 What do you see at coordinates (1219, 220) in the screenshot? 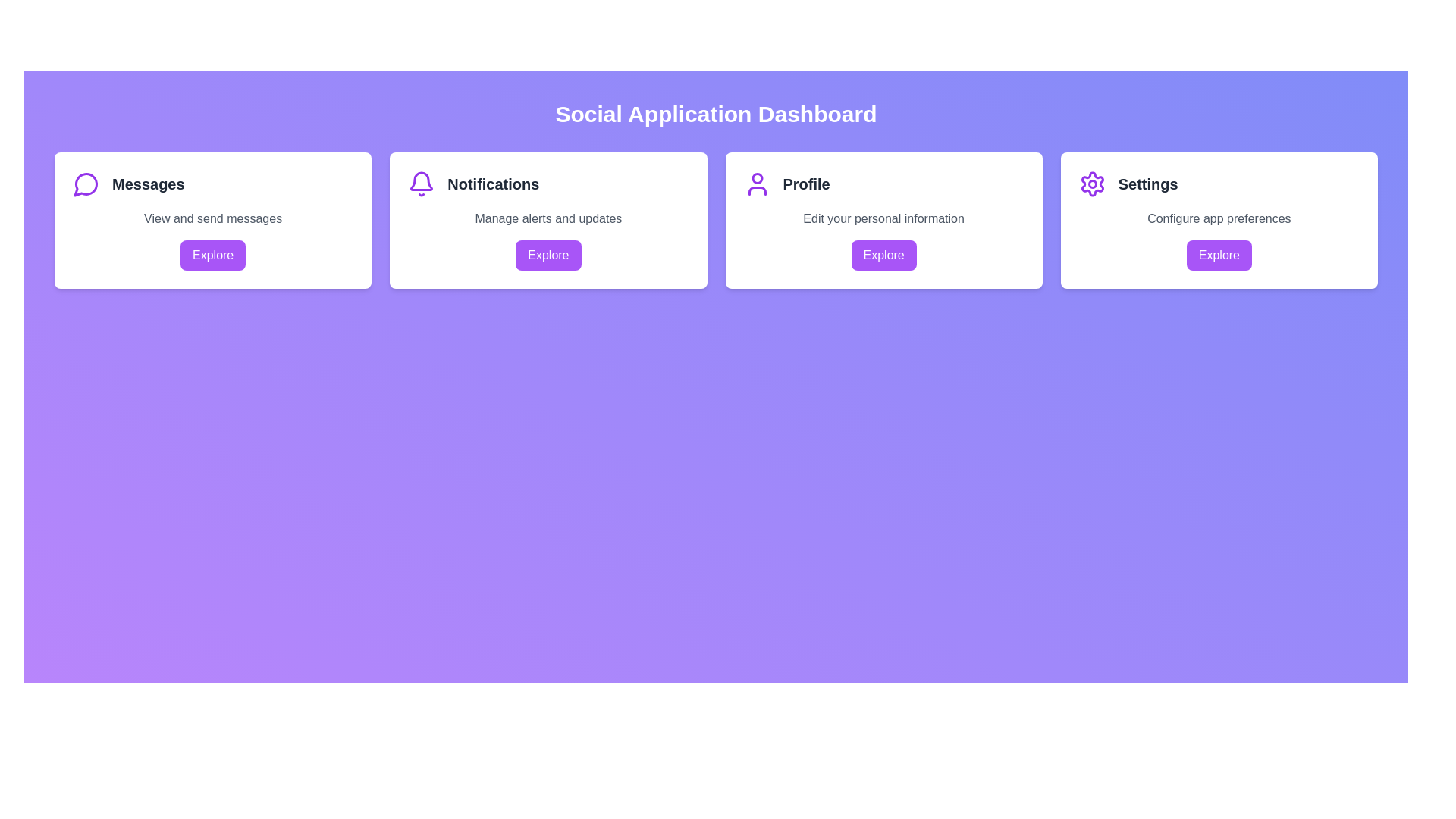
I see `the fourth card in the grid layout, which features a purple gear icon, bold black text 'Settings', and a purple button labeled 'Explore' to initiate the hover effect` at bounding box center [1219, 220].